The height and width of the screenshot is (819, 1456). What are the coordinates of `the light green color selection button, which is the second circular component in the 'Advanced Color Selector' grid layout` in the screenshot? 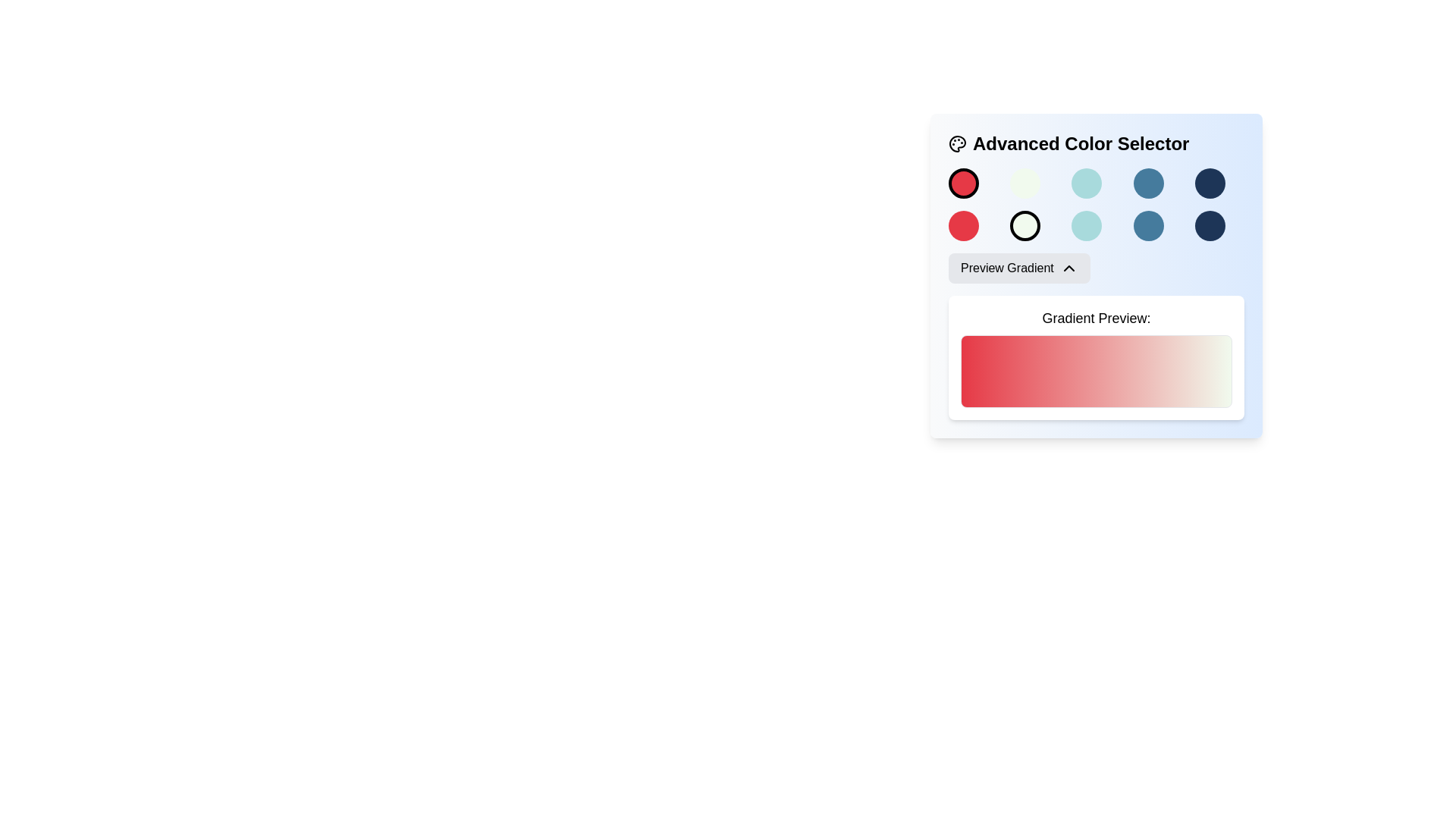 It's located at (1025, 225).